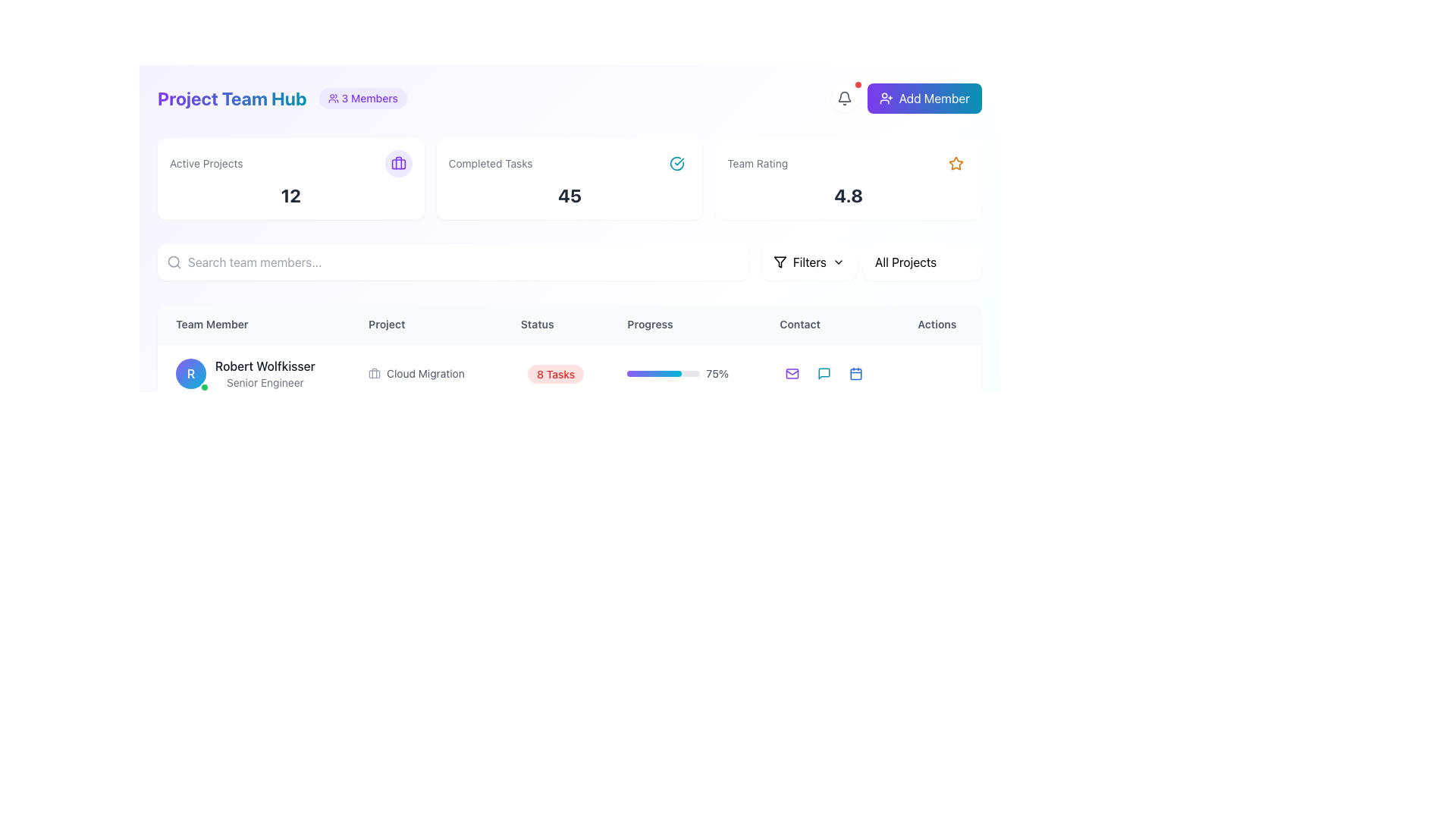 The image size is (1456, 819). I want to click on the user group icon representing team or membership counts, located to the left of the text '3 Members' in the top-left section of the interface, so click(332, 99).